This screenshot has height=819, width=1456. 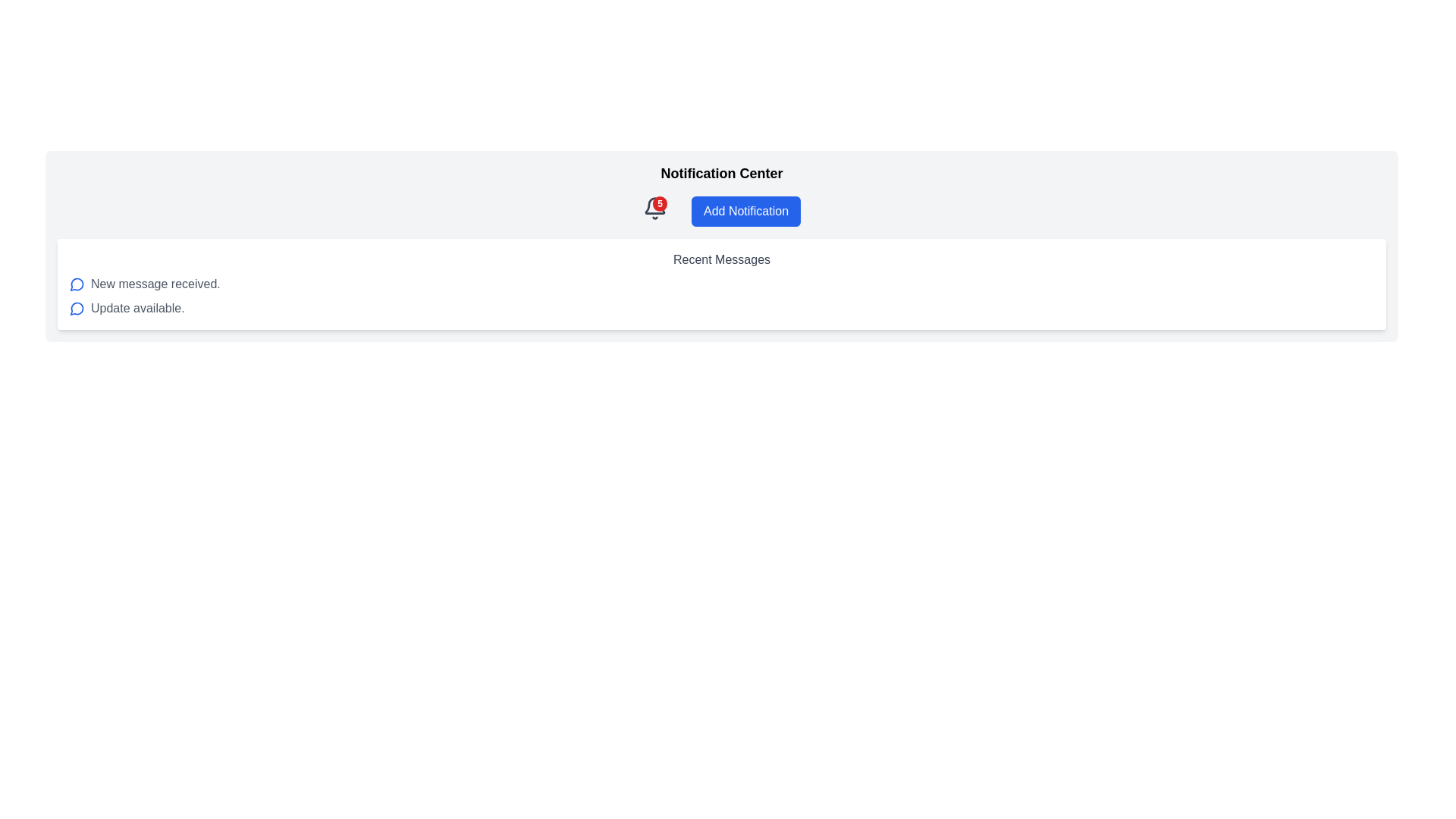 I want to click on the 'Add Notification' button, which is located to the far right next to an icon and a badge showing a count of '5', so click(x=745, y=211).